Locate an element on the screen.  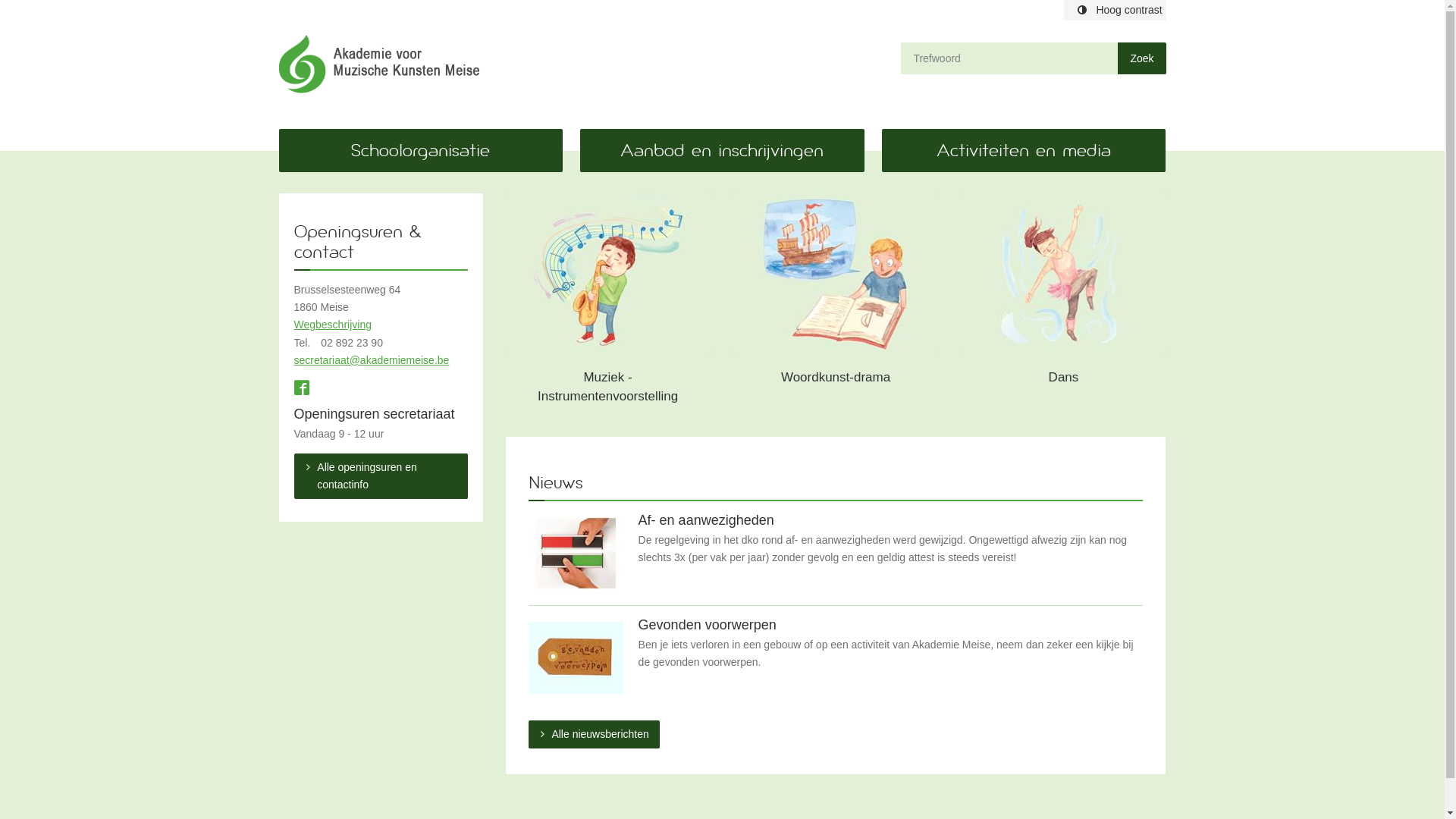
'trefwoord' is located at coordinates (1009, 58).